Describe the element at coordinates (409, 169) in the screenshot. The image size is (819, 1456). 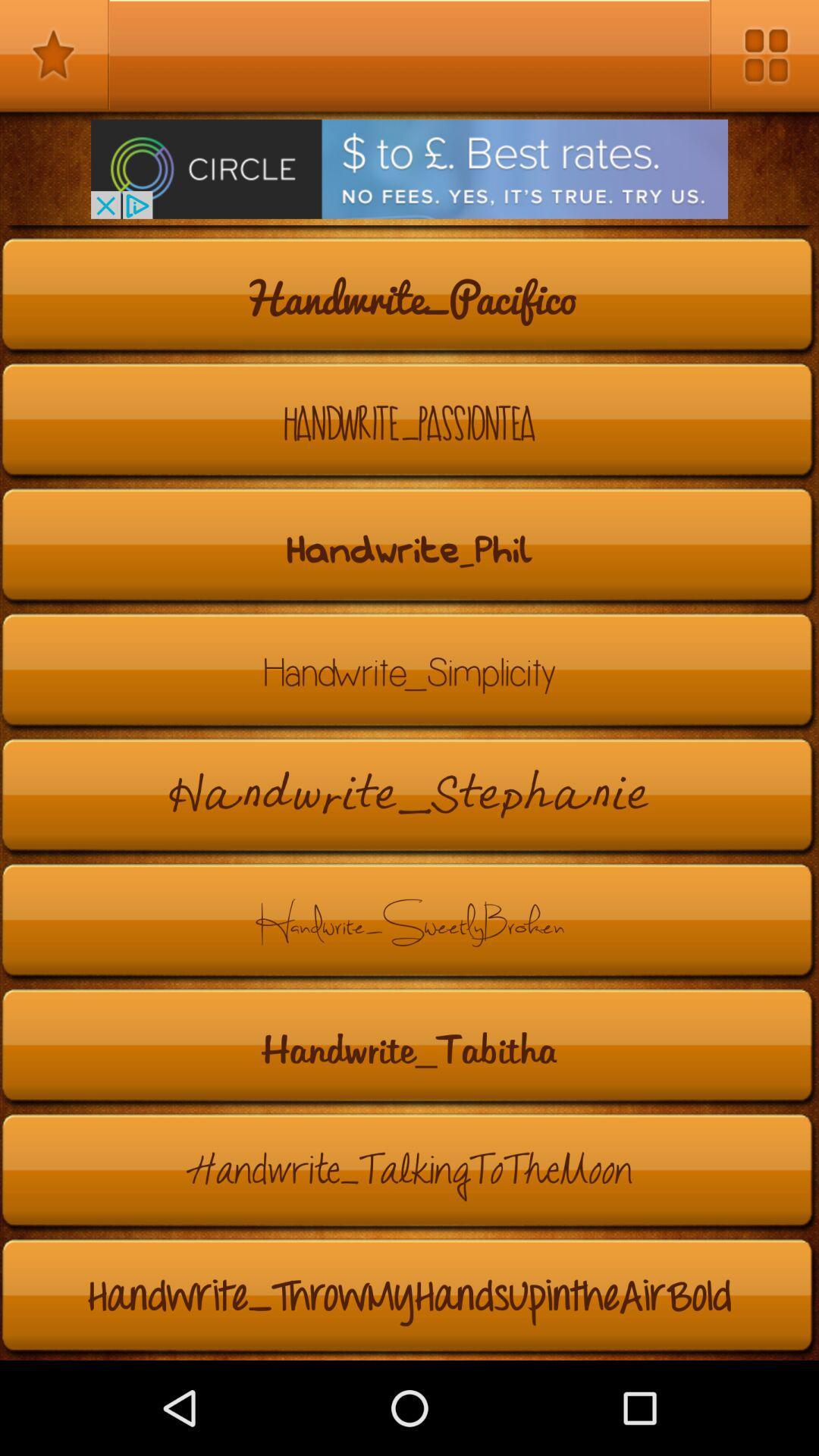
I see `advertising` at that location.